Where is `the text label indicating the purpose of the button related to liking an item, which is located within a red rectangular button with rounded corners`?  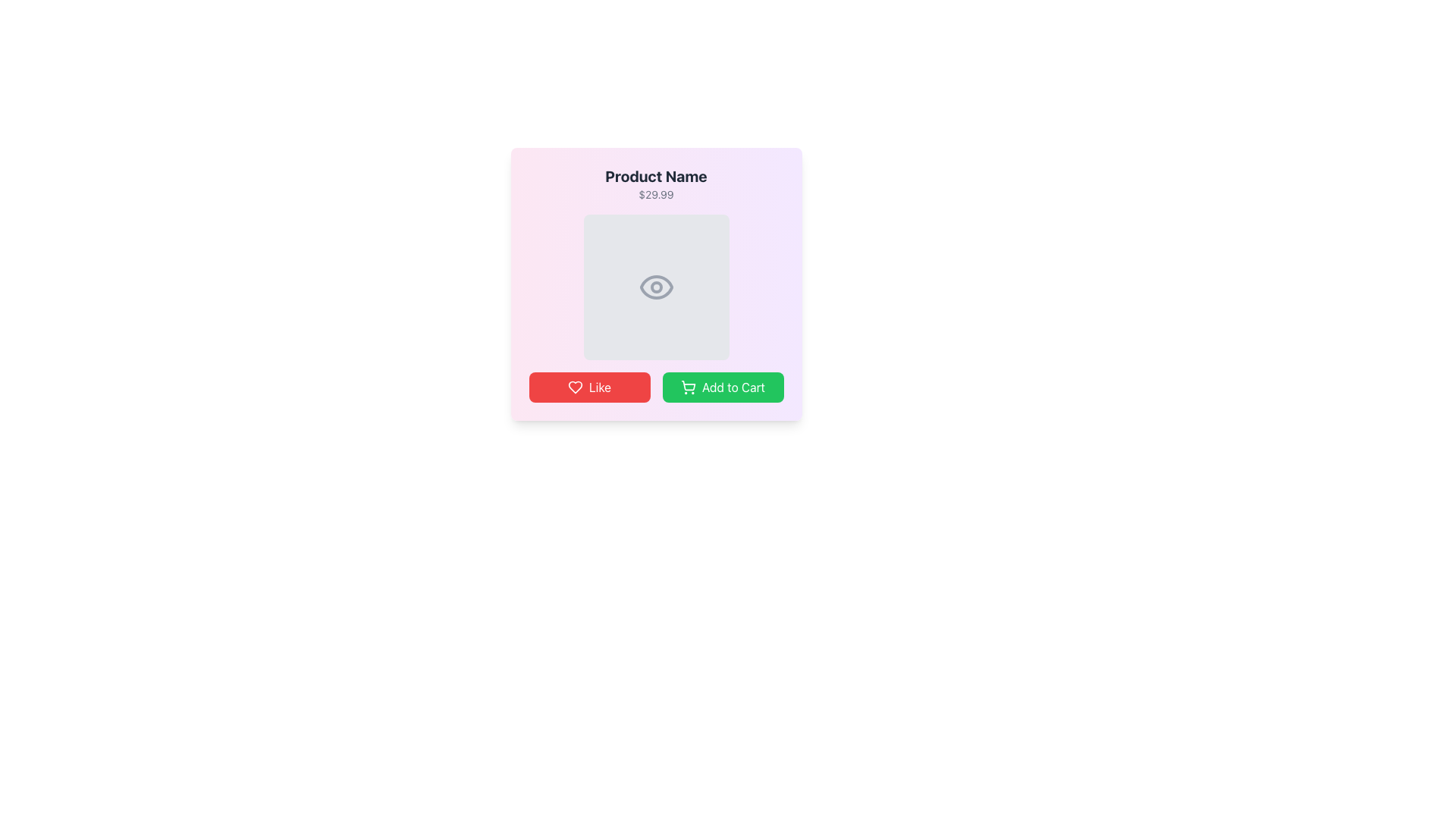
the text label indicating the purpose of the button related to liking an item, which is located within a red rectangular button with rounded corners is located at coordinates (599, 386).